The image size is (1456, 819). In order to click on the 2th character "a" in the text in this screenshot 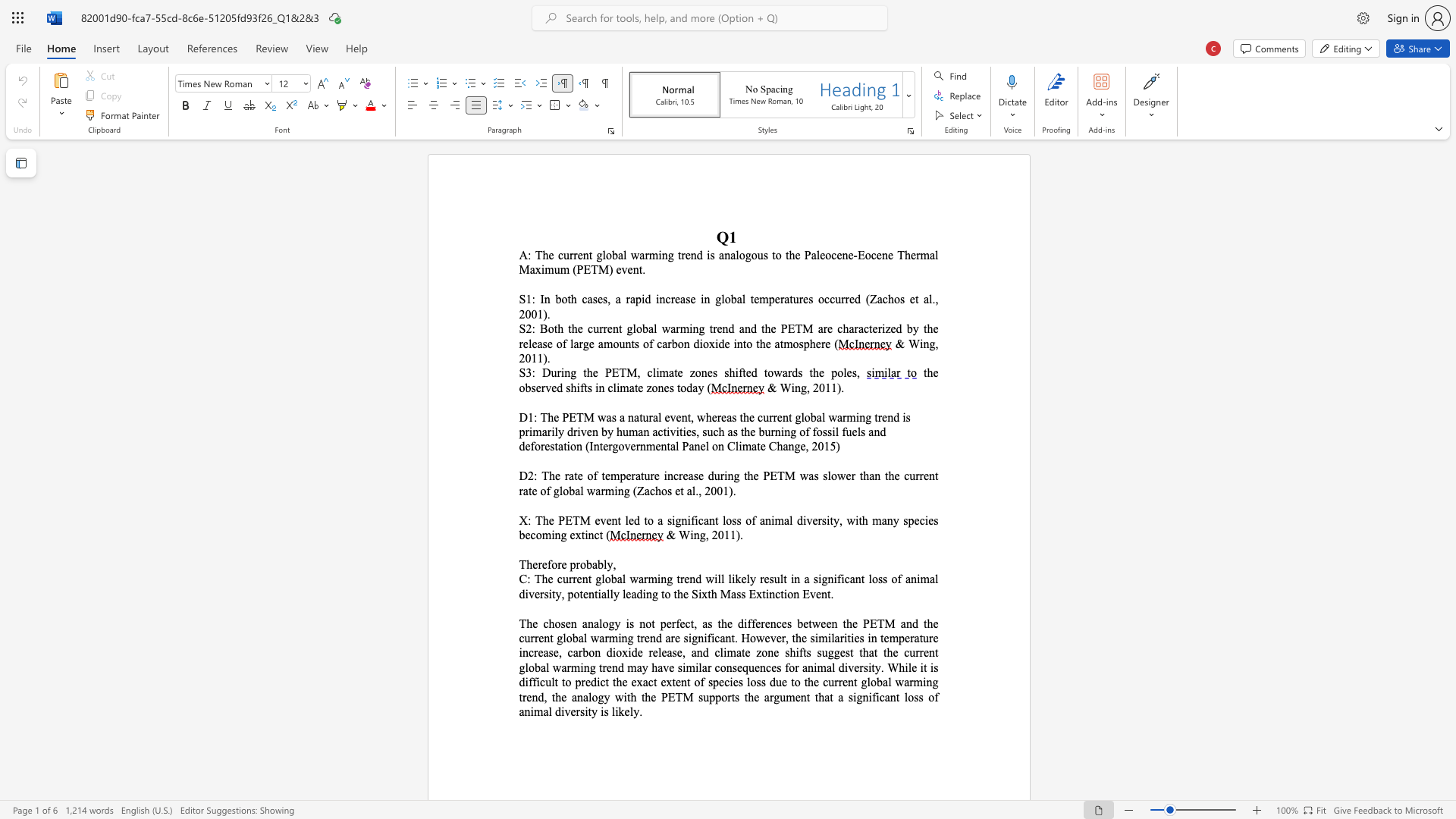, I will do `click(641, 579)`.